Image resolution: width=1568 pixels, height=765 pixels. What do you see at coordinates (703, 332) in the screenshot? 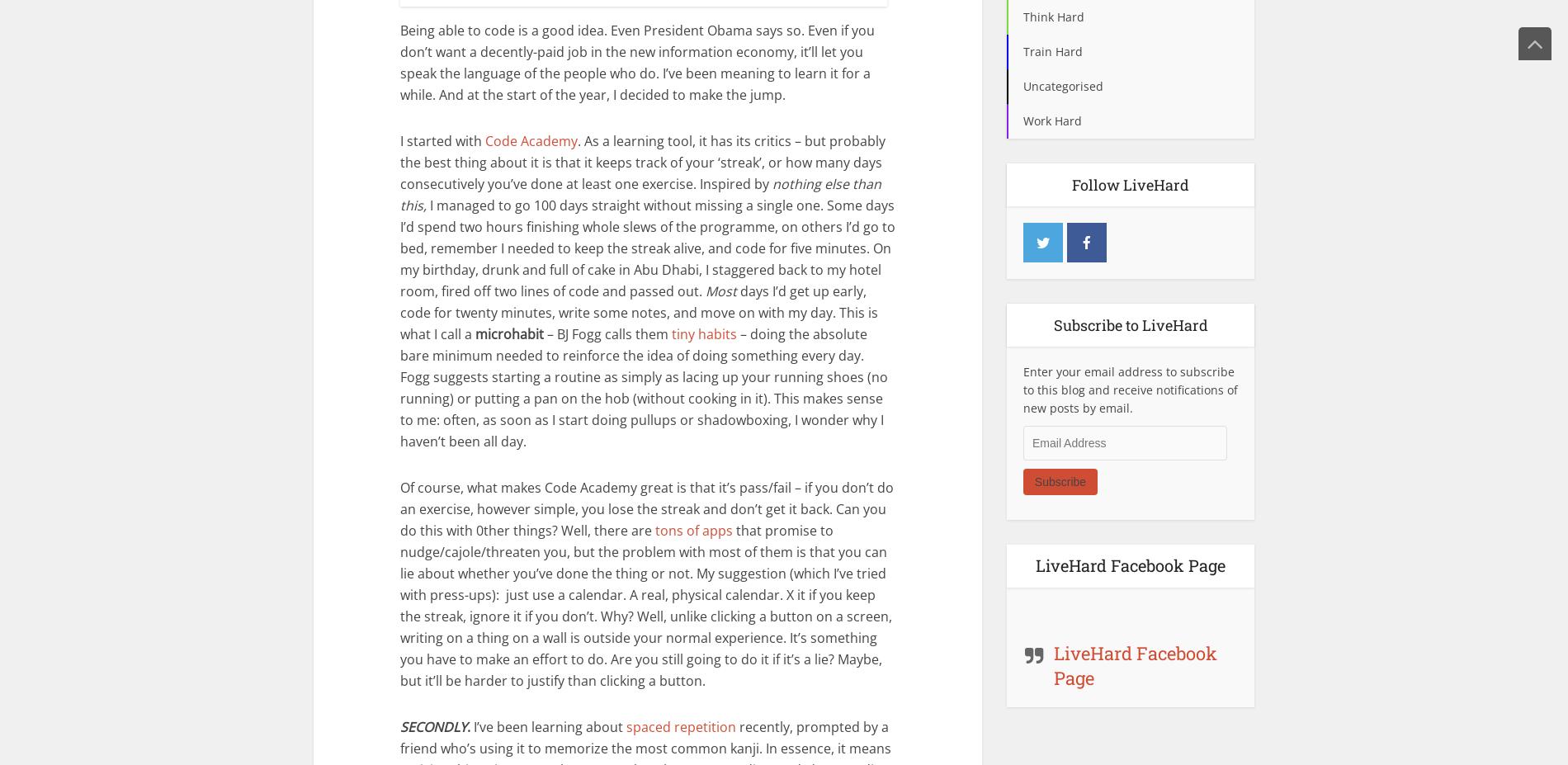
I see `'tiny habits'` at bounding box center [703, 332].